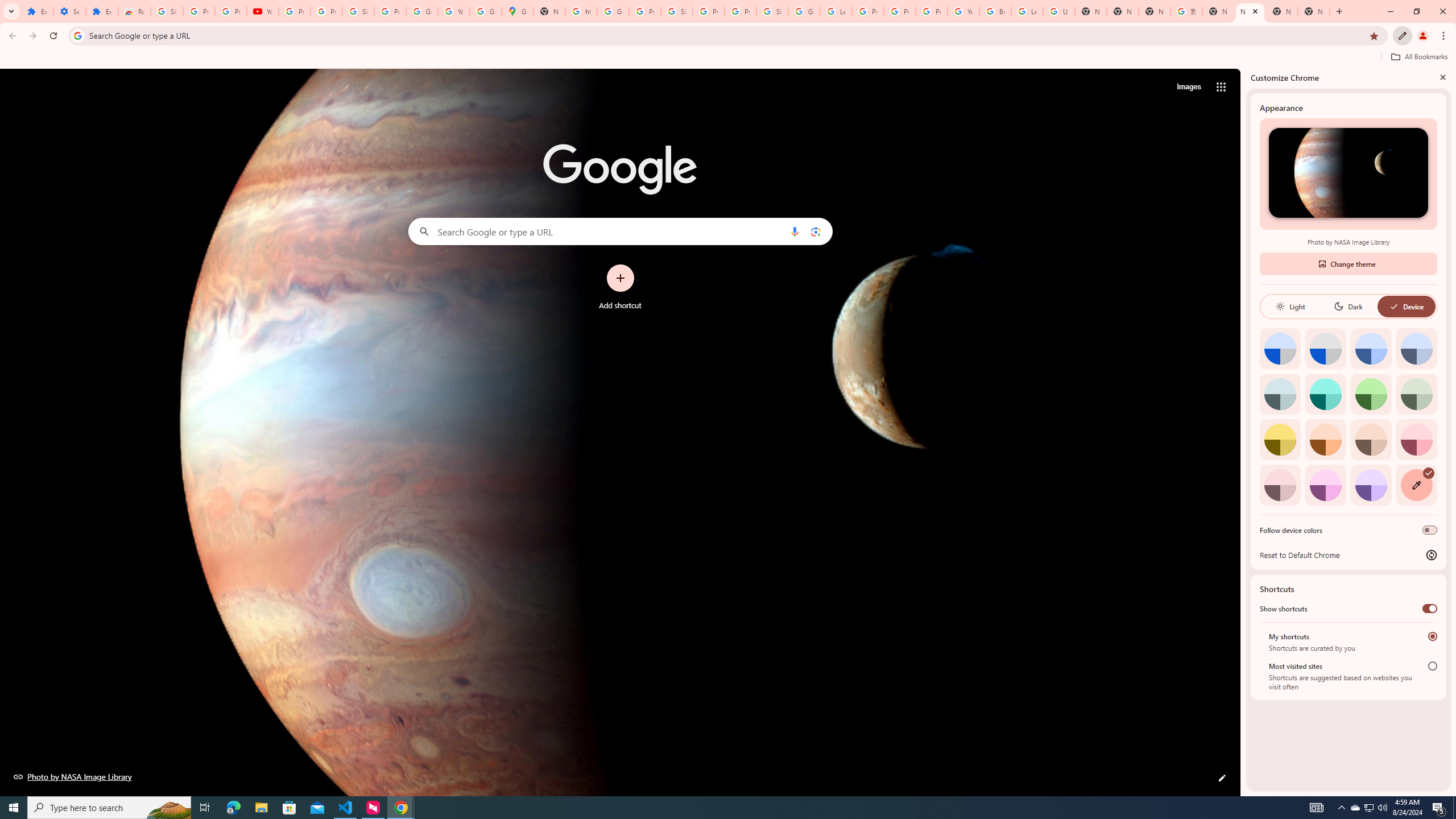 This screenshot has width=1456, height=819. What do you see at coordinates (1347, 305) in the screenshot?
I see `'Dark'` at bounding box center [1347, 305].